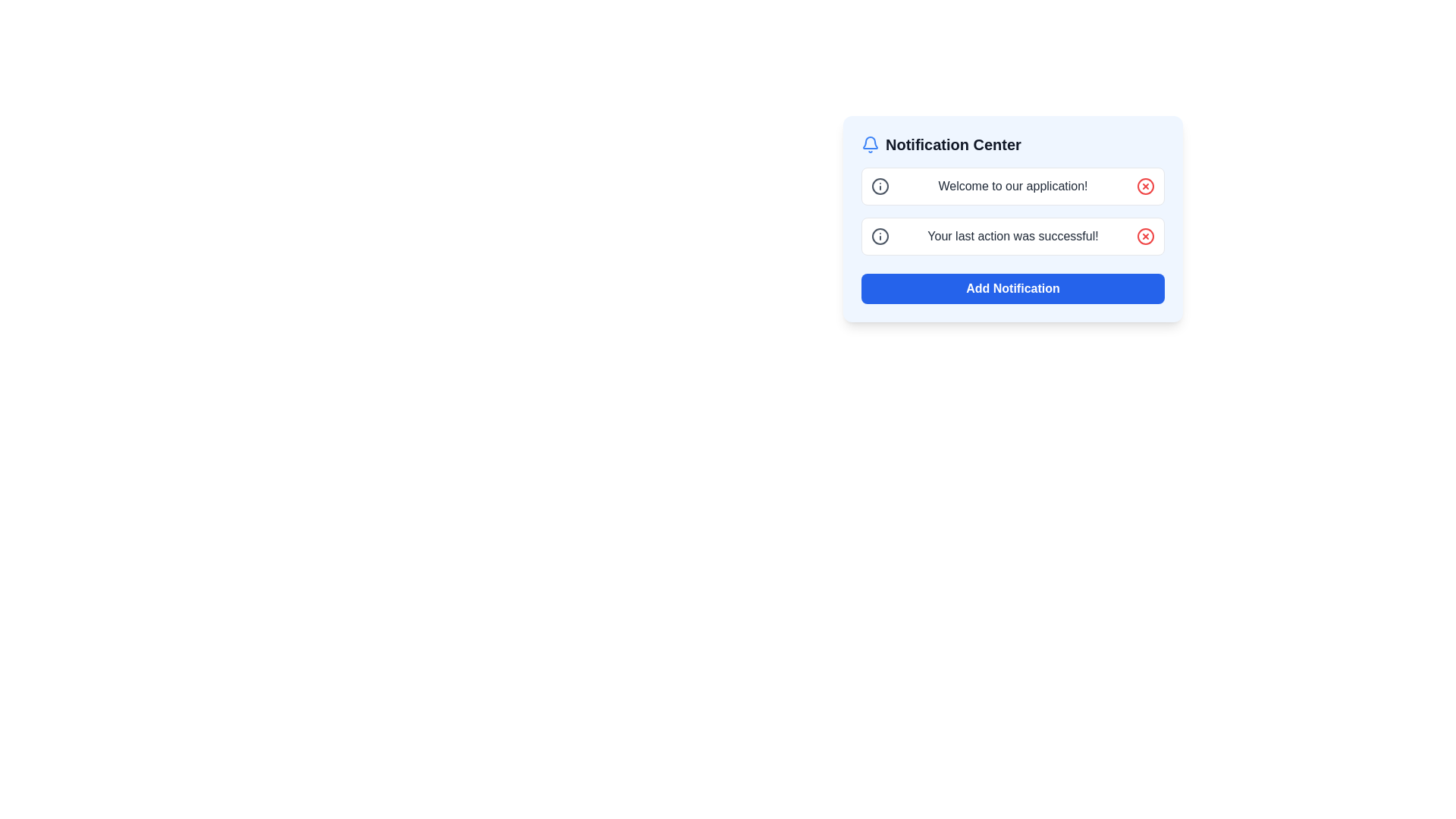  What do you see at coordinates (1146, 186) in the screenshot?
I see `the circular red cross button at the top right of the notification box` at bounding box center [1146, 186].